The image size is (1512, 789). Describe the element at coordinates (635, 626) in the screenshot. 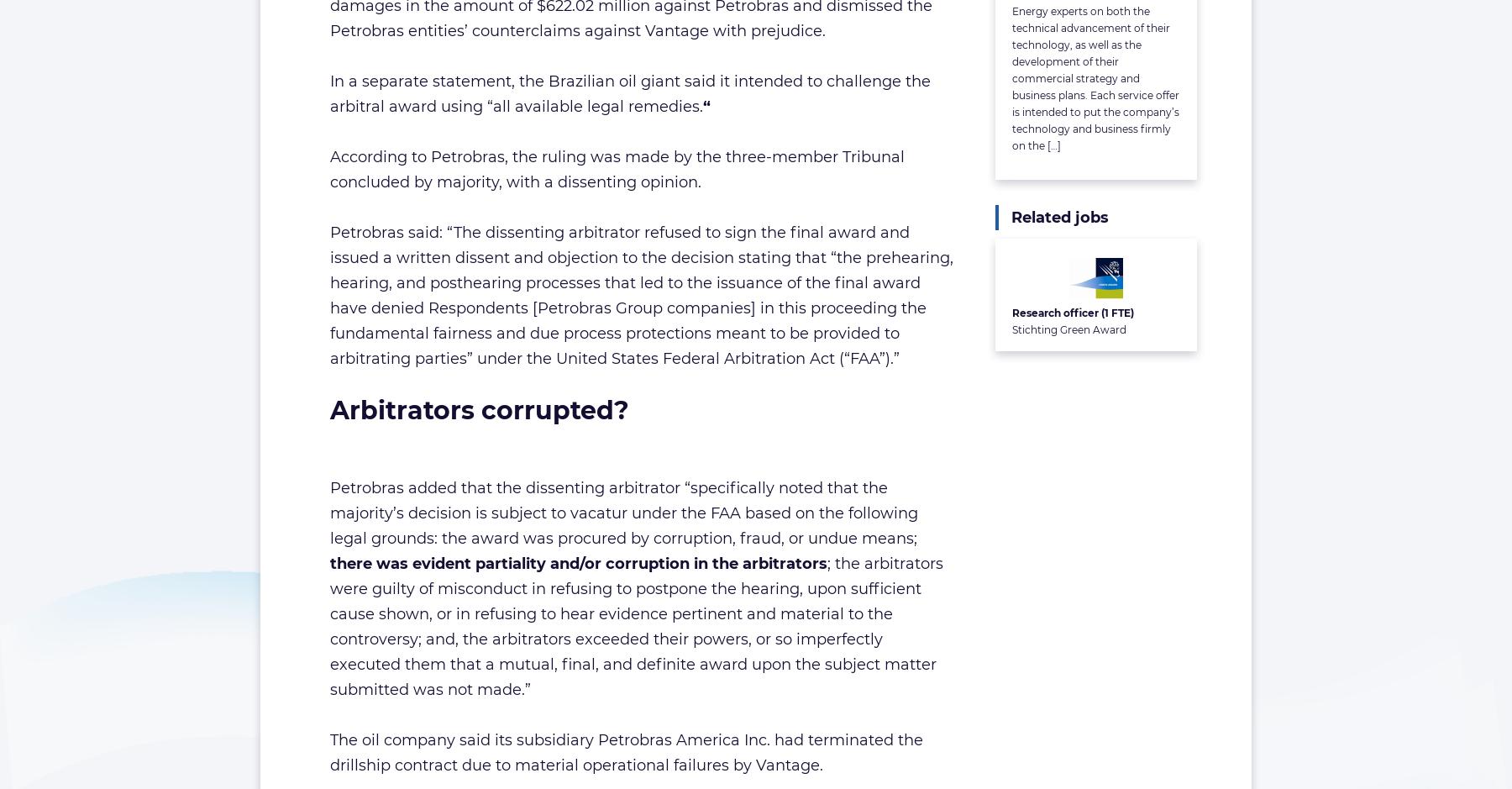

I see `'; the arbitrators were guilty of misconduct in refusing to postpone the hearing, upon sufficient cause shown, or in refusing to hear evidence pertinent and material to the controversy; and, the arbitrators exceeded their powers, or so imperfectly executed them that a mutual, final, and definite award upon the subject matter submitted was not made.”'` at that location.